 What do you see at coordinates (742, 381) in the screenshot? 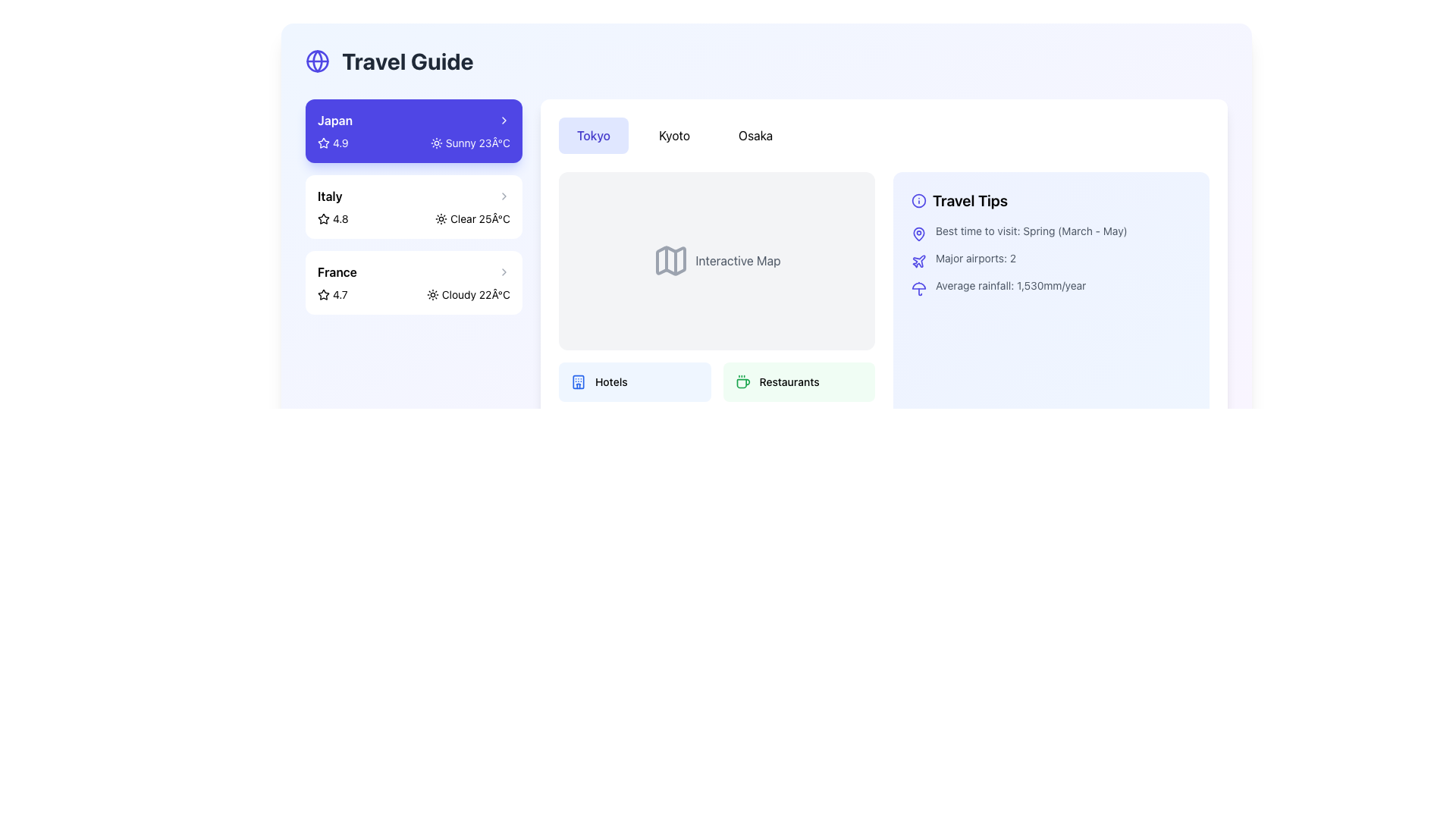
I see `the cafe or restaurant icon located to the left of the 'Restaurants' text within the green-highlighted area in the bottom-right section of the interface` at bounding box center [742, 381].